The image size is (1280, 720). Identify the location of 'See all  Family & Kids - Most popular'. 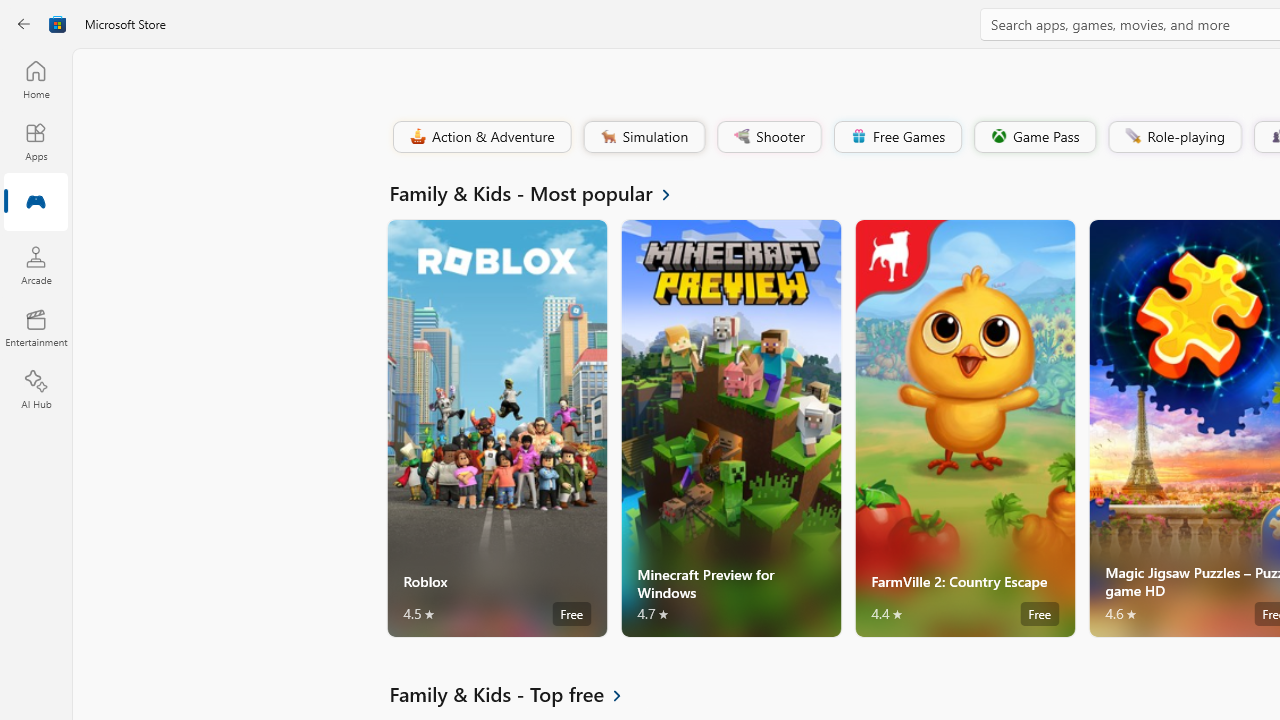
(542, 192).